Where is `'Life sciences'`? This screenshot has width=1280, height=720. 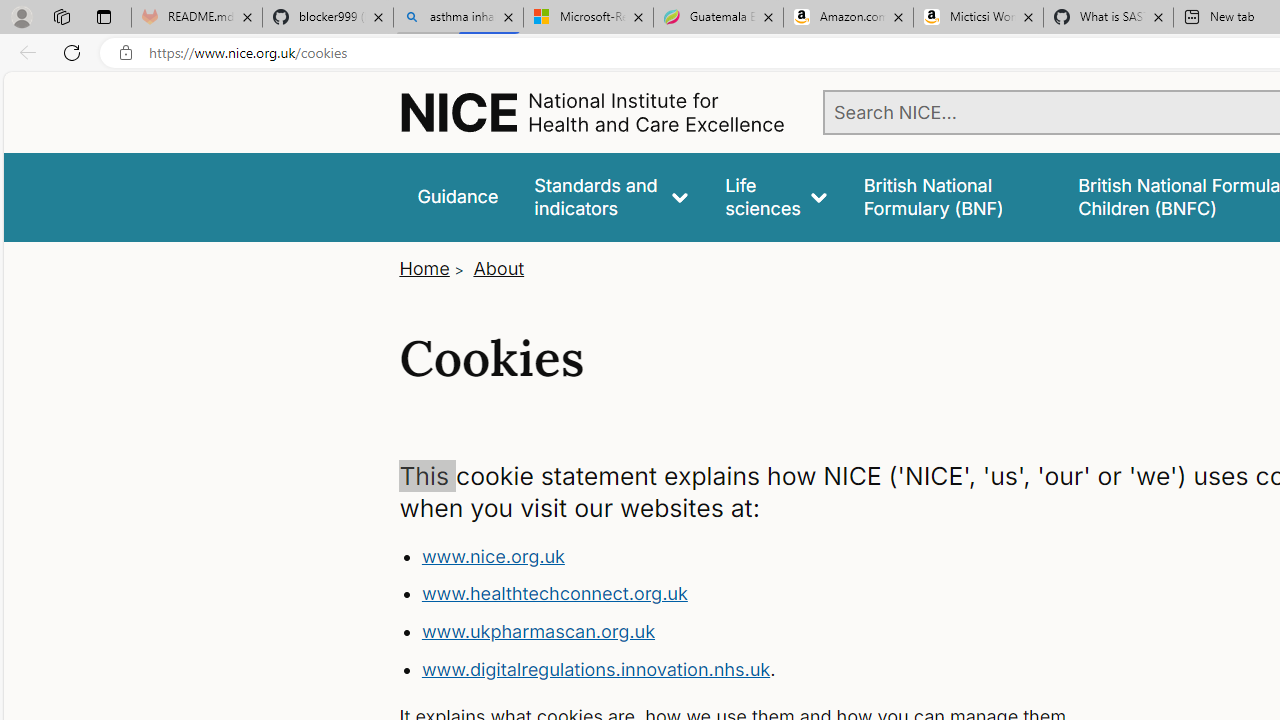
'Life sciences' is located at coordinates (775, 197).